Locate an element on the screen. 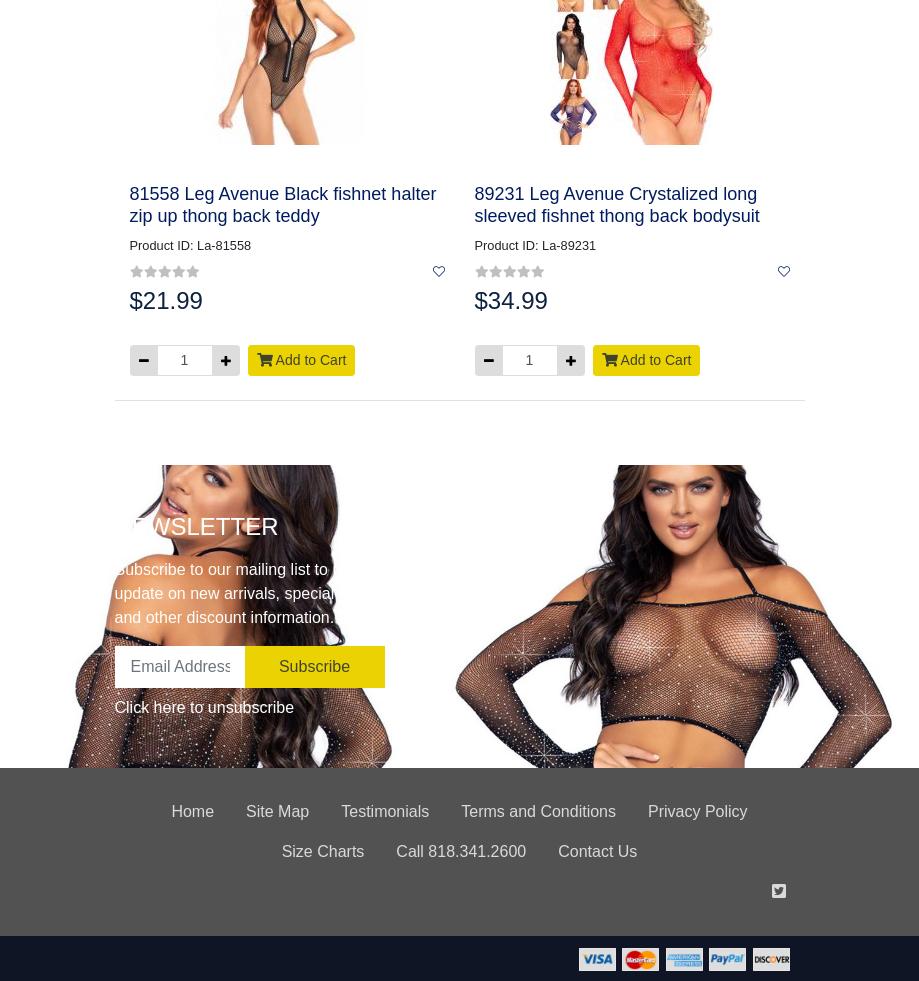  'Subscribe to our mailing list to receive update on new arrivals, special offers and other discount information.' is located at coordinates (112, 592).